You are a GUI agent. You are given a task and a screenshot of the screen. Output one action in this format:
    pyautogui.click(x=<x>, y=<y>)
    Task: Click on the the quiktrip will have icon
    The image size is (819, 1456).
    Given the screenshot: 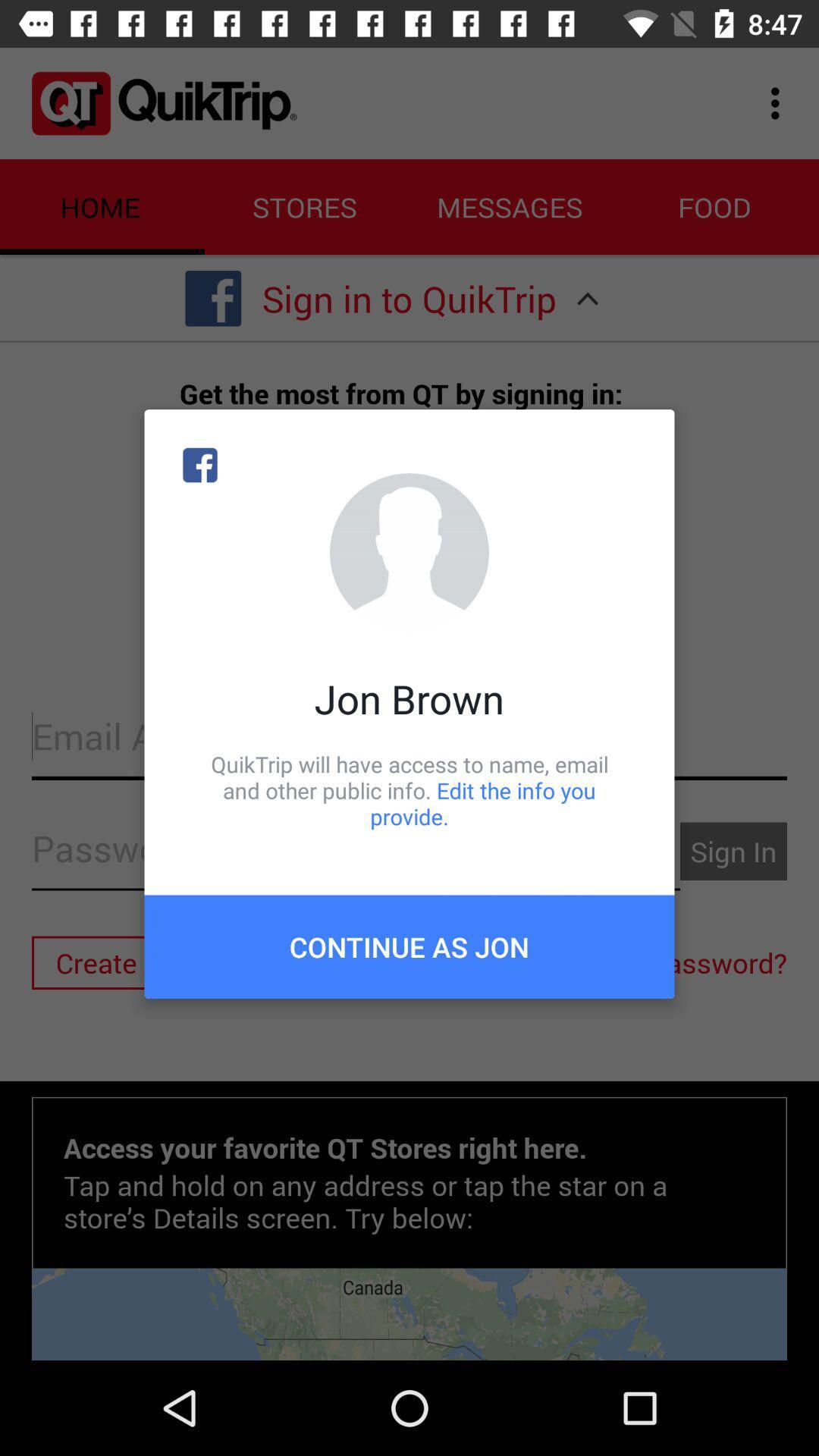 What is the action you would take?
    pyautogui.click(x=409, y=789)
    